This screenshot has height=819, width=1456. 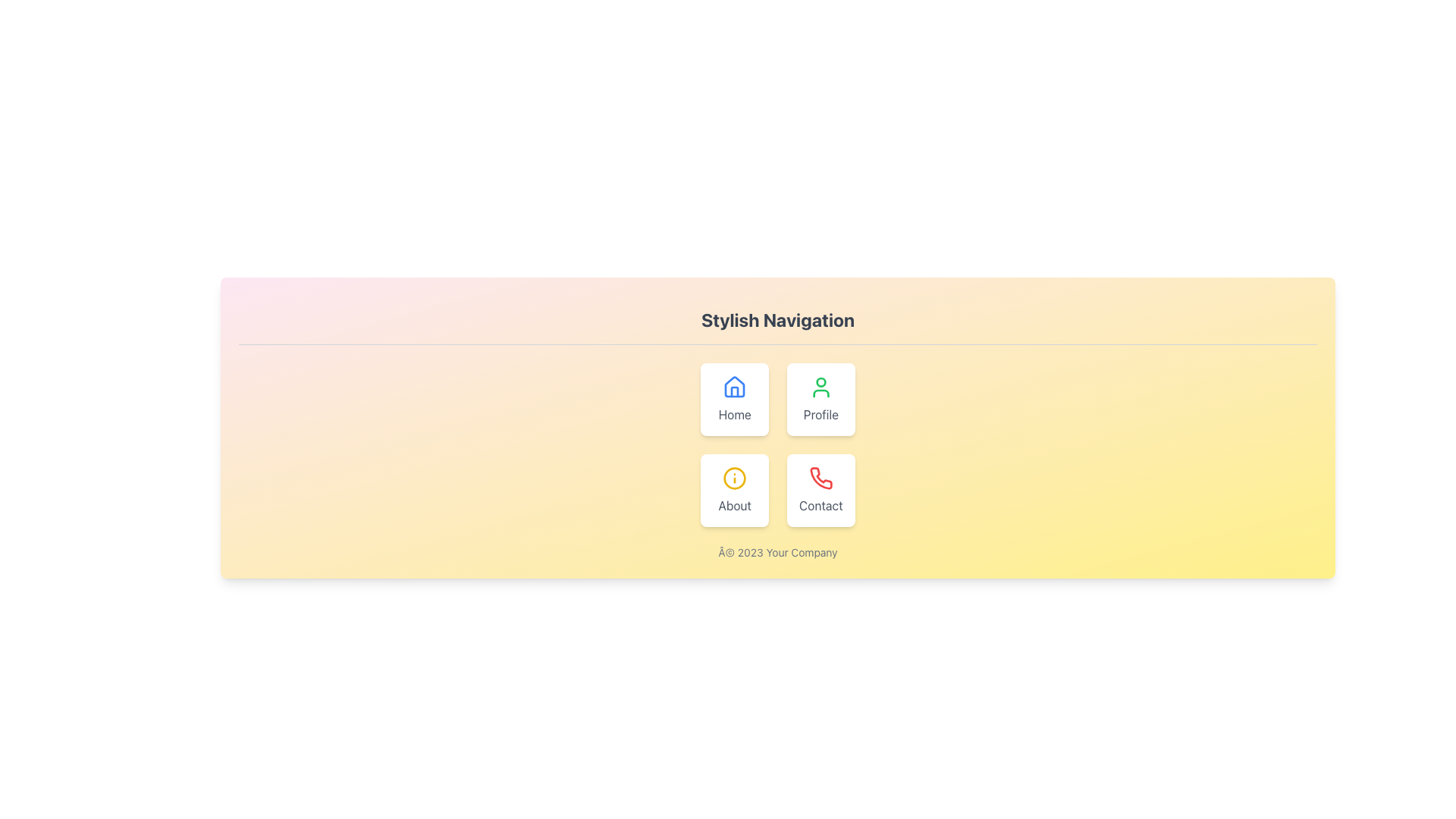 What do you see at coordinates (735, 479) in the screenshot?
I see `the information icon with a yellow outline and 'i' symbol, located in the About section below the Profile button` at bounding box center [735, 479].